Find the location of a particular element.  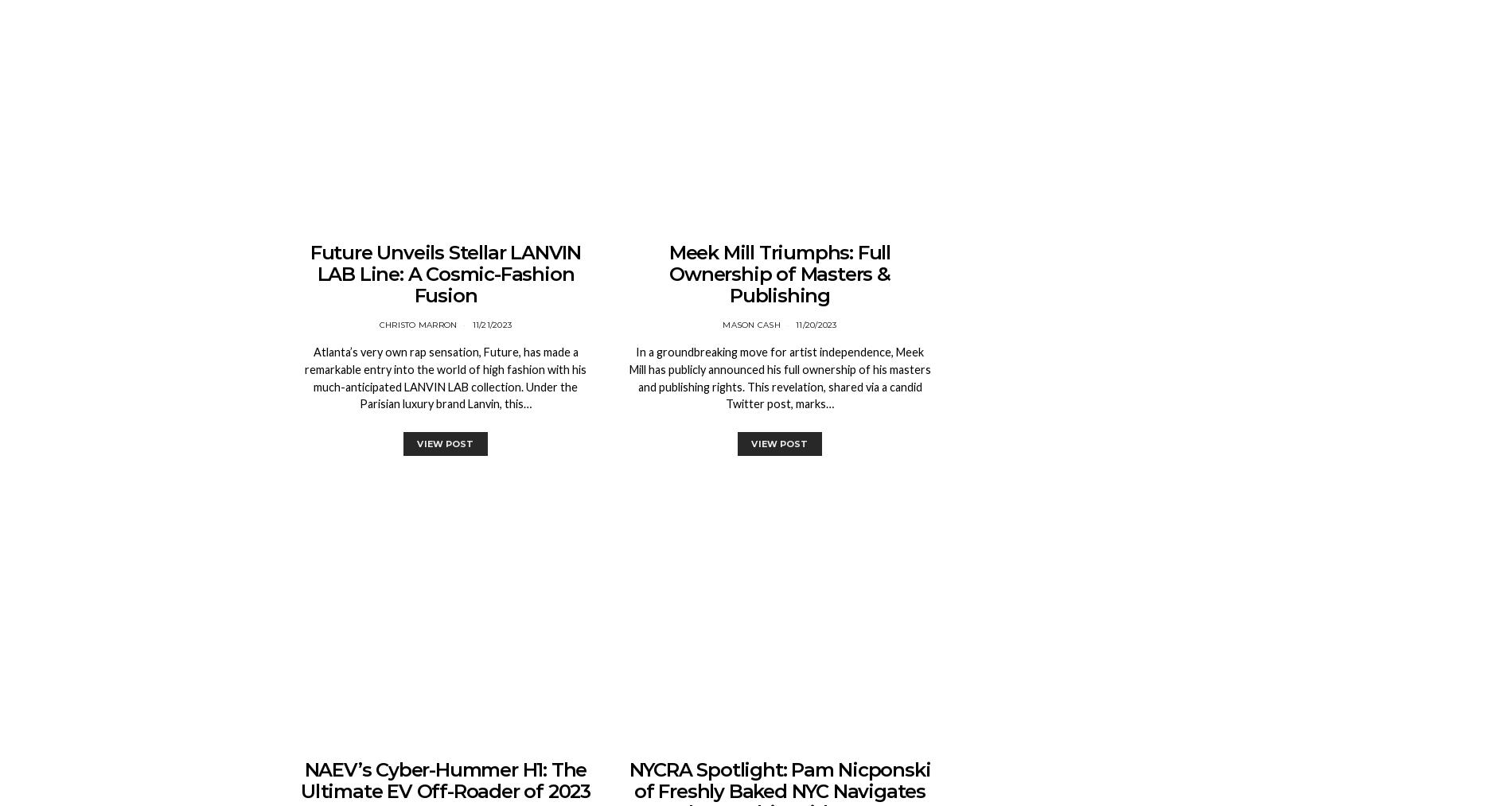

'Future Unveils Stellar LANVIN LAB Line: A Cosmic-Fashion Fusion' is located at coordinates (445, 274).